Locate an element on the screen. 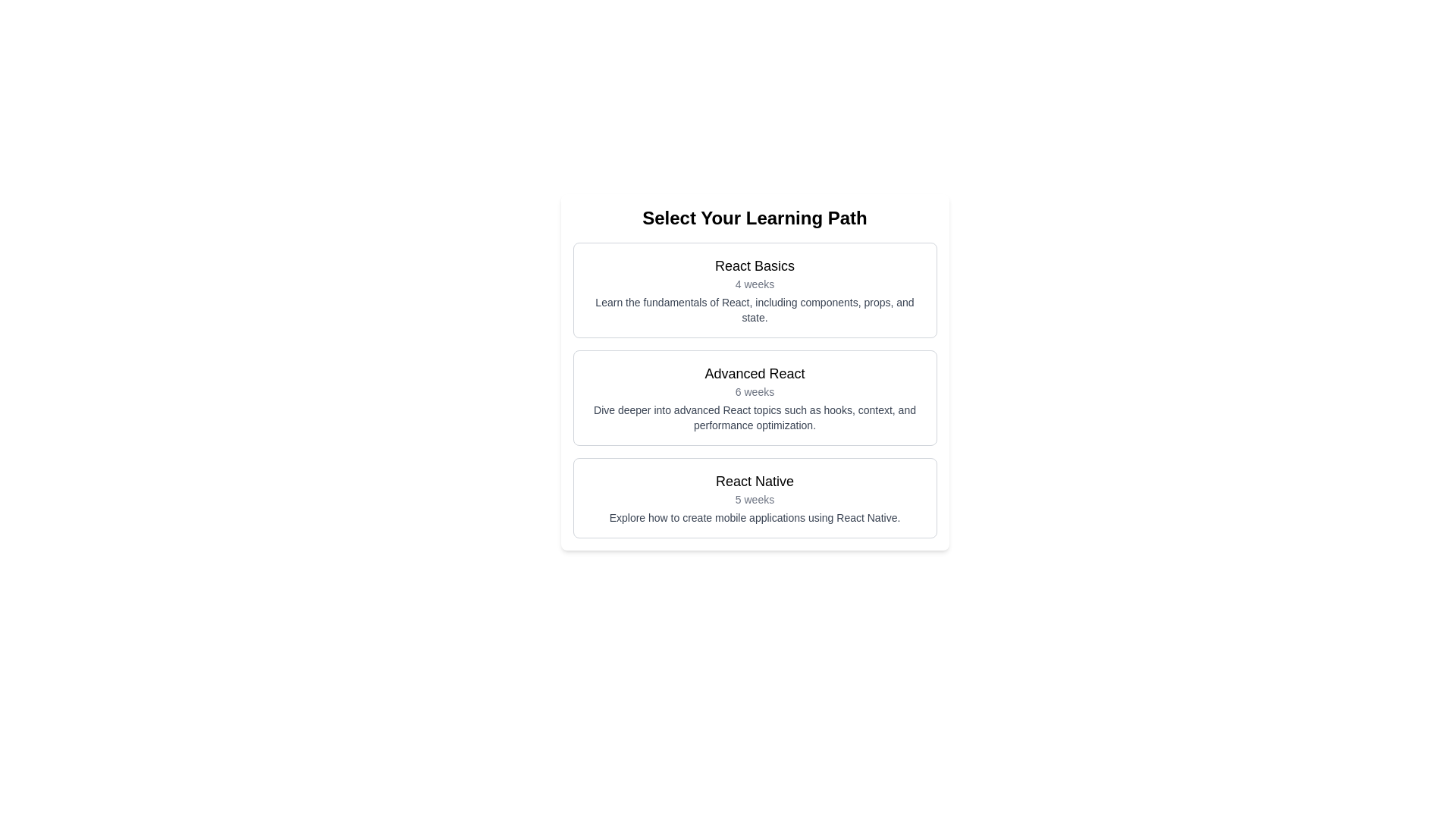  content displayed in the text label that provides information about the duration of the 'Advanced React' course, located below the heading 'Advanced React' within a card layout is located at coordinates (755, 391).